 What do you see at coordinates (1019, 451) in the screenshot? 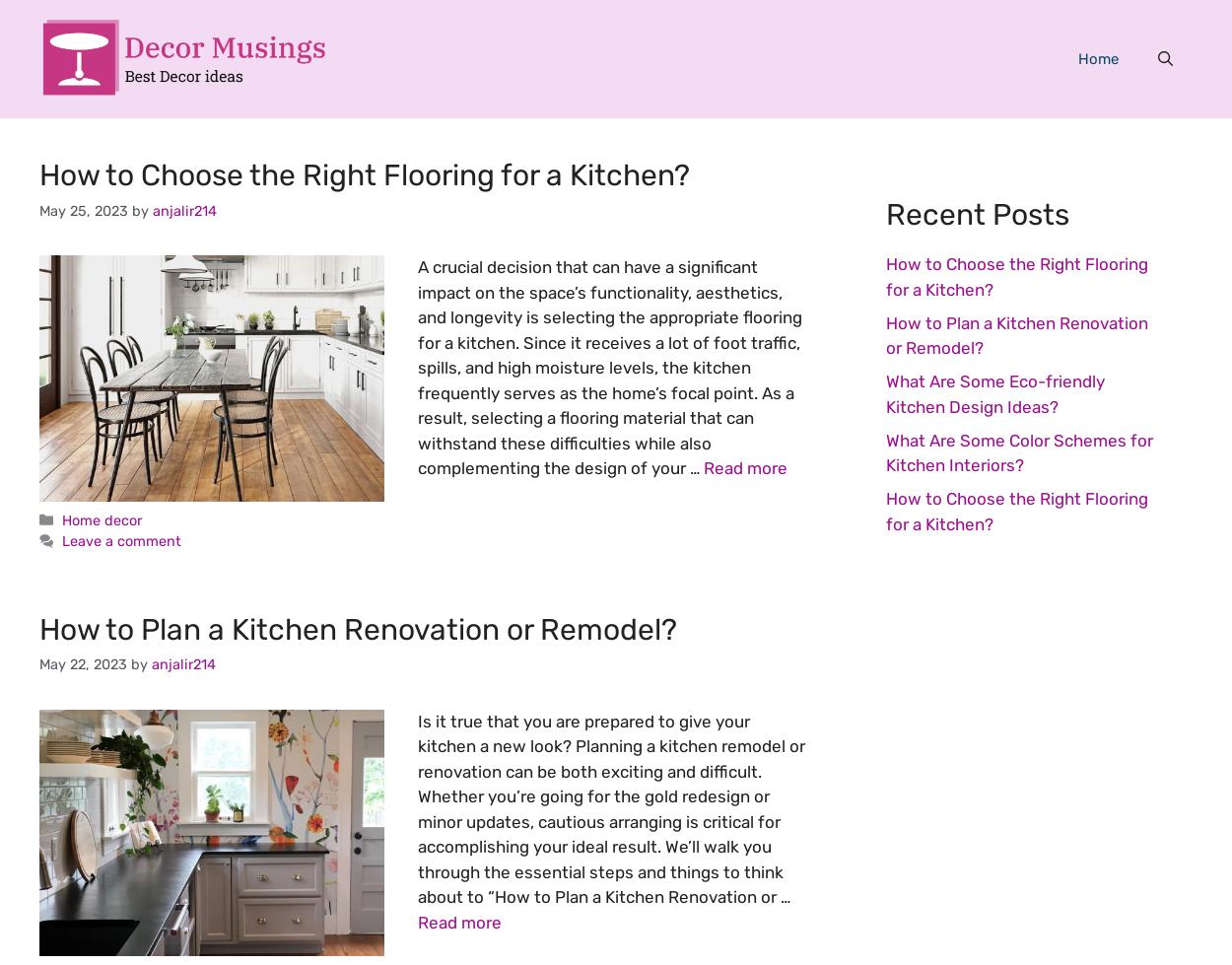
I see `'What Are Some Color Schemes for Kitchen Interiors?'` at bounding box center [1019, 451].